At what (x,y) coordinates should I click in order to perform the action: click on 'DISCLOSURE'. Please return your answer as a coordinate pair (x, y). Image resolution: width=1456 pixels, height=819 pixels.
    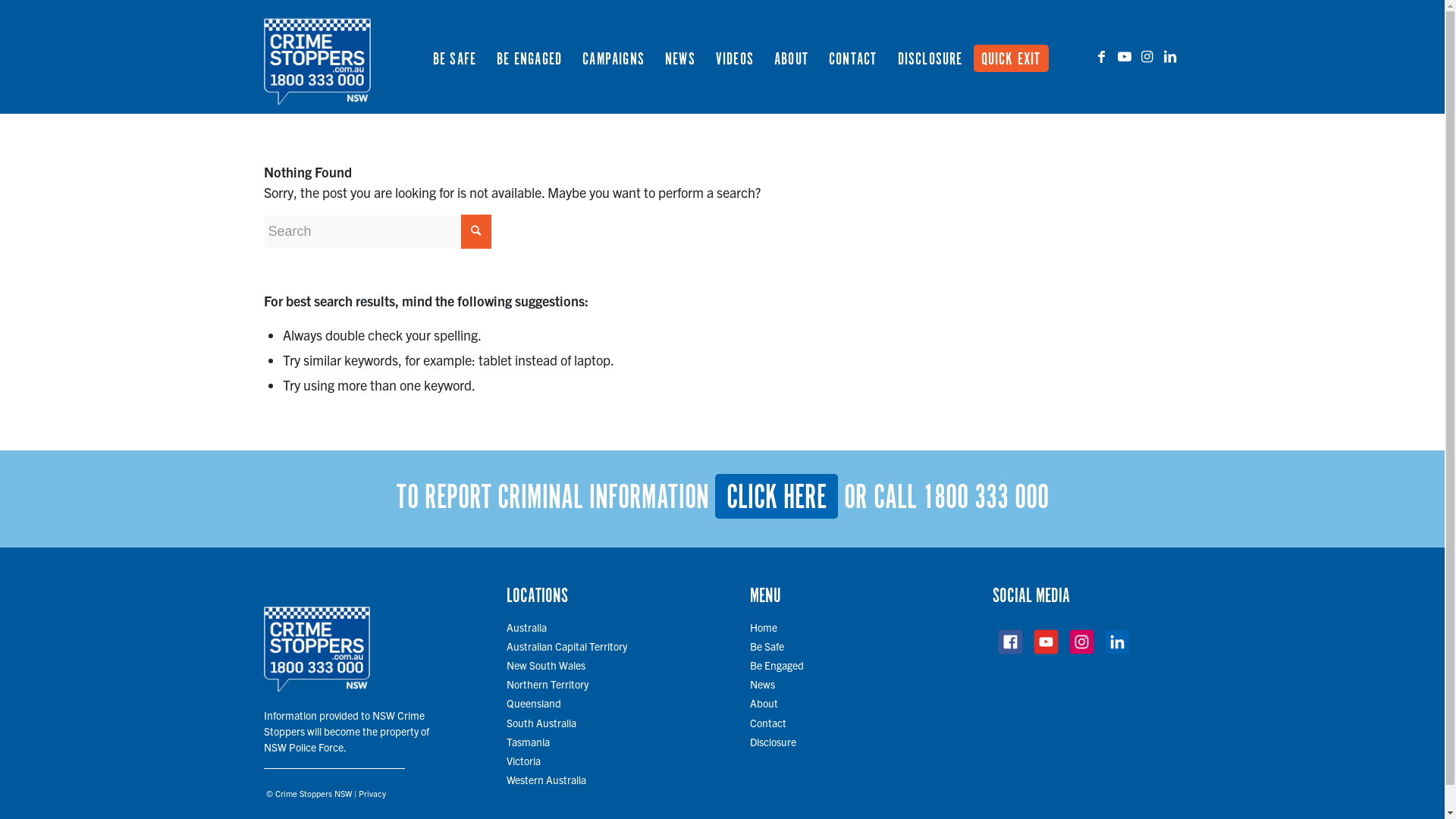
    Looking at the image, I should click on (929, 55).